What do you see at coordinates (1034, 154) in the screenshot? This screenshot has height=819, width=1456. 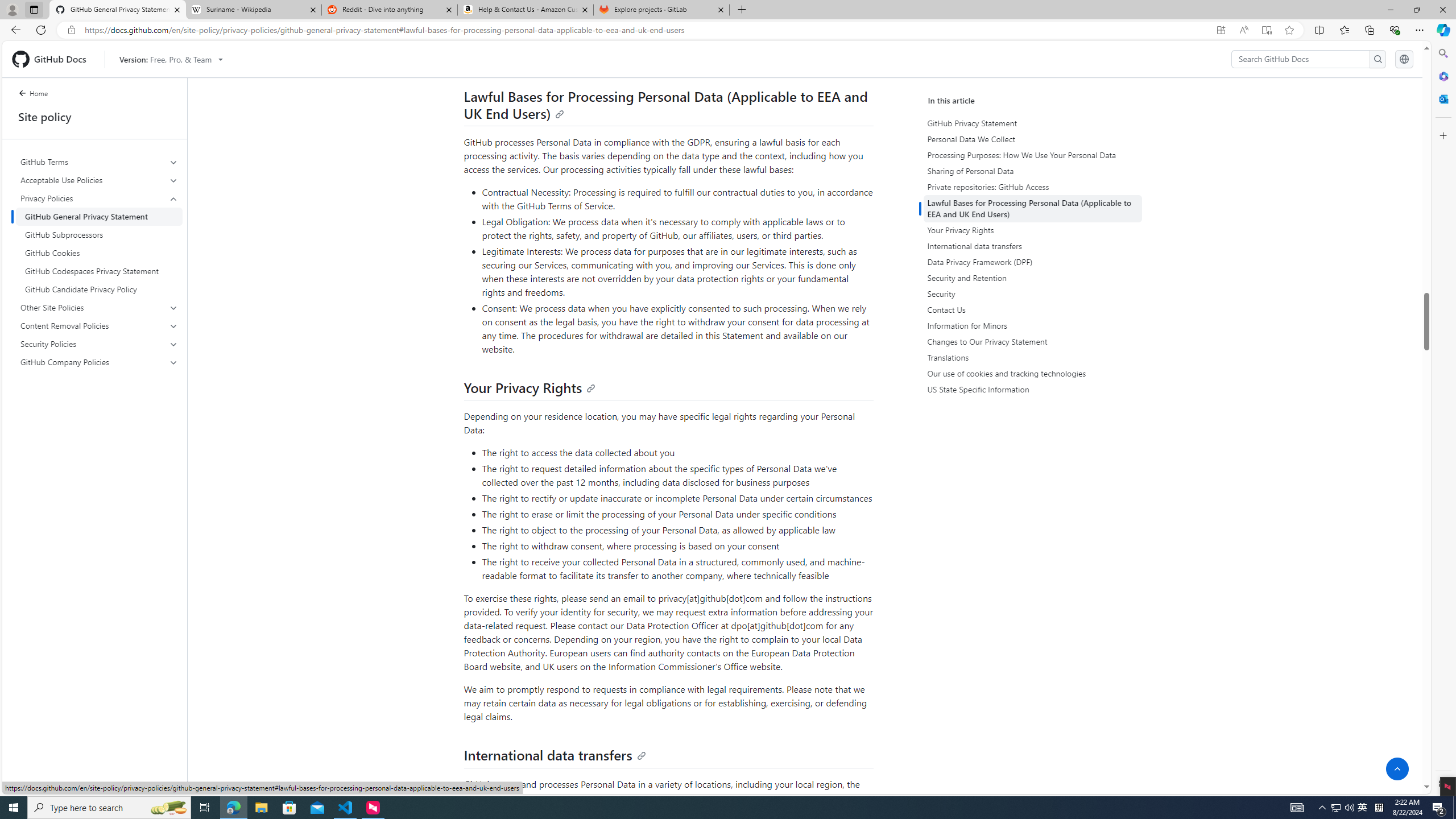 I see `'Processing Purposes: How We Use Your Personal Data'` at bounding box center [1034, 154].